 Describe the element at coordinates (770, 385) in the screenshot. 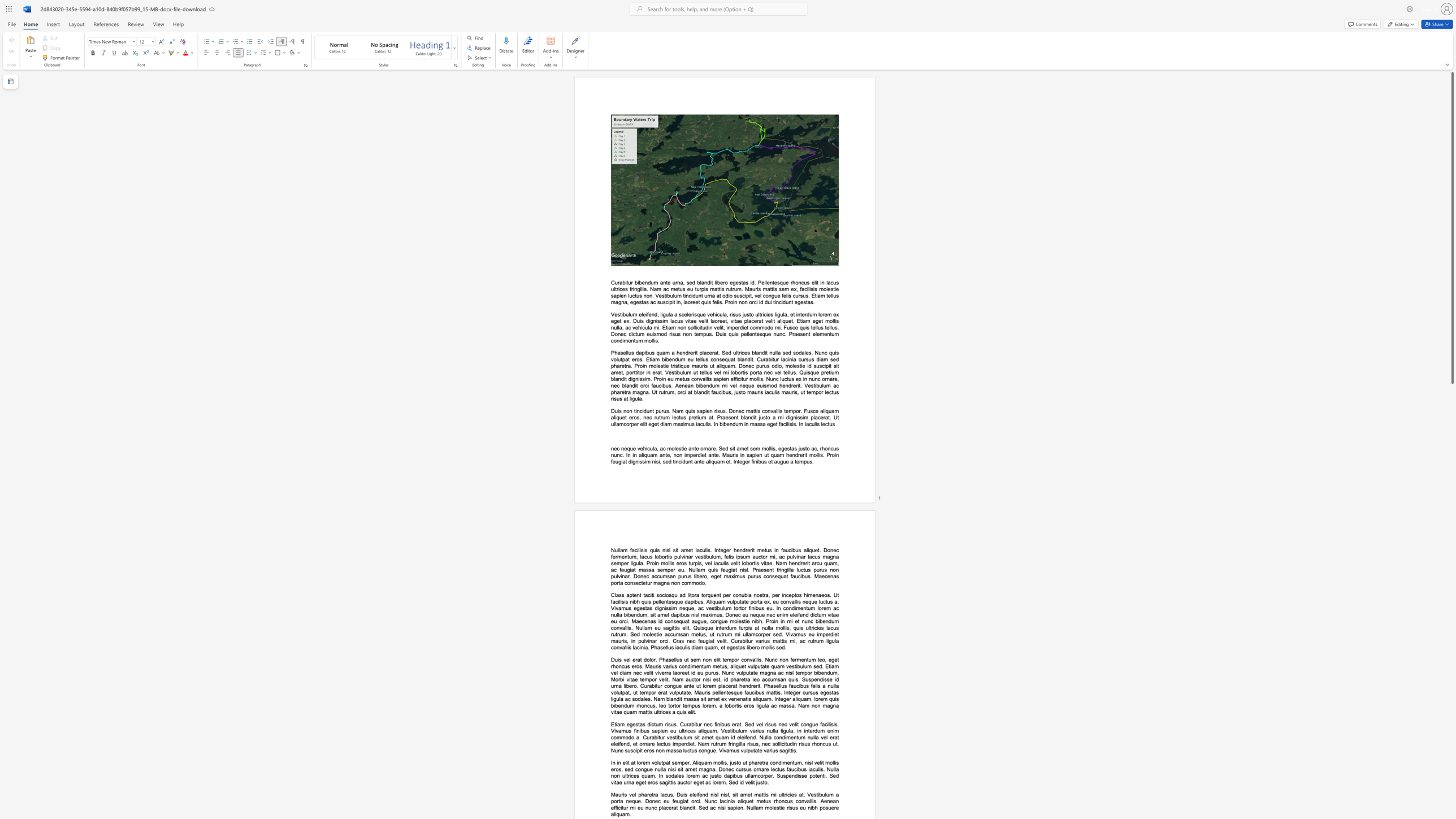

I see `the subset text "od hendrerit. Vestibulum ac pharetra magna. Ut rutrum, orci at blandit faucibus, justo mauris iaculis mauris, ut tempor lectus risus" within the text "Phasellus dapibus quam a hendrerit placerat. Sed ultrices blandit nulla sed sodales. Nunc quis volutpat eros. Etiam bibendum eu tellus consequat blandit. Curabitur lacinia cursus diam sed pharetra. Proin molestie tristique mauris ut aliquam. Donec purus odio, molestie id suscipit sit amet, porttitor in erat. Vestibulum ut tellus vel mi lobortis porta nec vel tellus. Quisque pretium blandit dignissim. Proin eu metus convallis sapien efficitur mollis. Nunc luctus ex in nunc ornare, nec blandit orci faucibus. Aenean bibendum mi vel neque euismod hendrerit. Vestibulum ac pharetra magna. Ut rutrum, orci at blandit faucibus, justo mauris iaculis mauris, ut tempor lectus risus at ligula."` at that location.